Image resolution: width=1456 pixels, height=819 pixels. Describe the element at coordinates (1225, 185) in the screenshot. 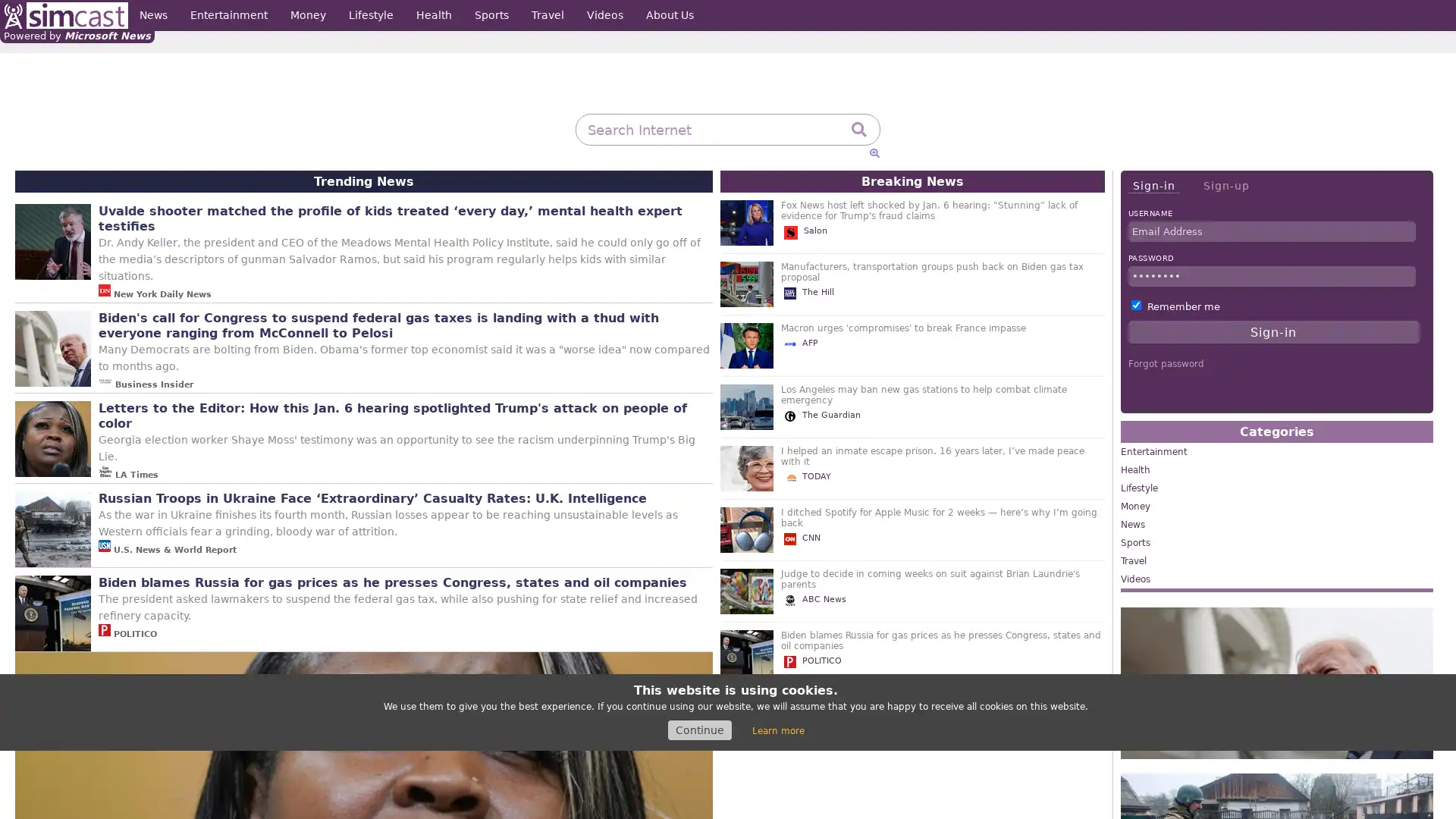

I see `Sign-up` at that location.